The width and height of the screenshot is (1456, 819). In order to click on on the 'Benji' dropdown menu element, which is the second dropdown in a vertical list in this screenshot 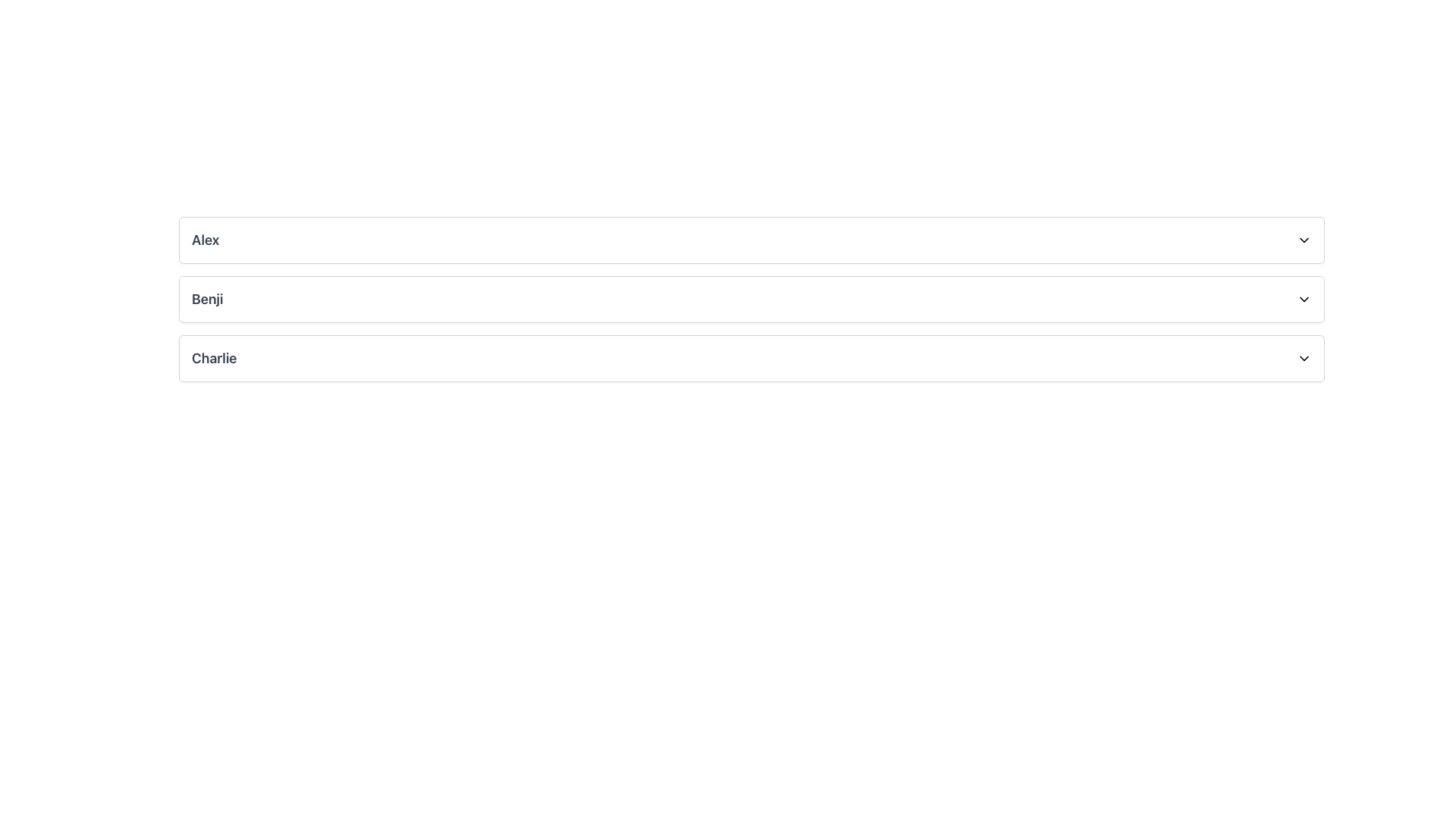, I will do `click(752, 299)`.